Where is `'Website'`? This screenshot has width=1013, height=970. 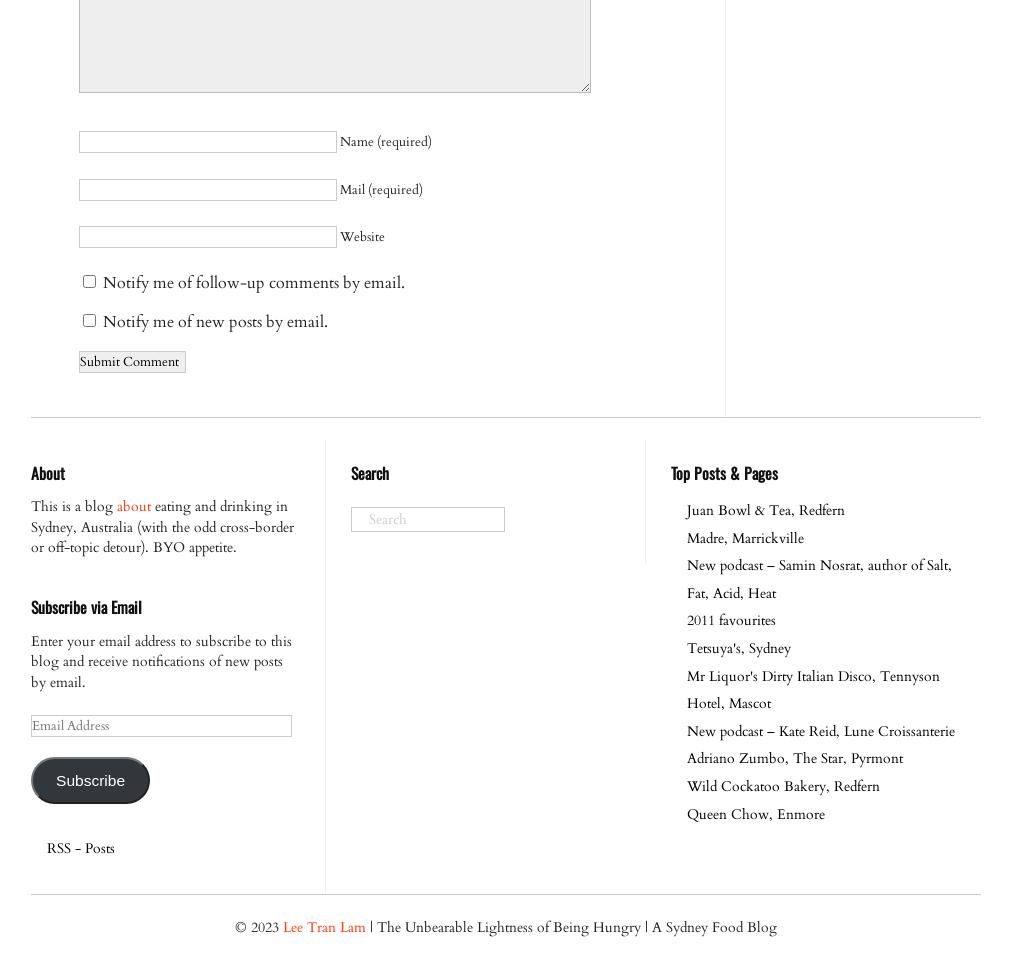
'Website' is located at coordinates (361, 236).